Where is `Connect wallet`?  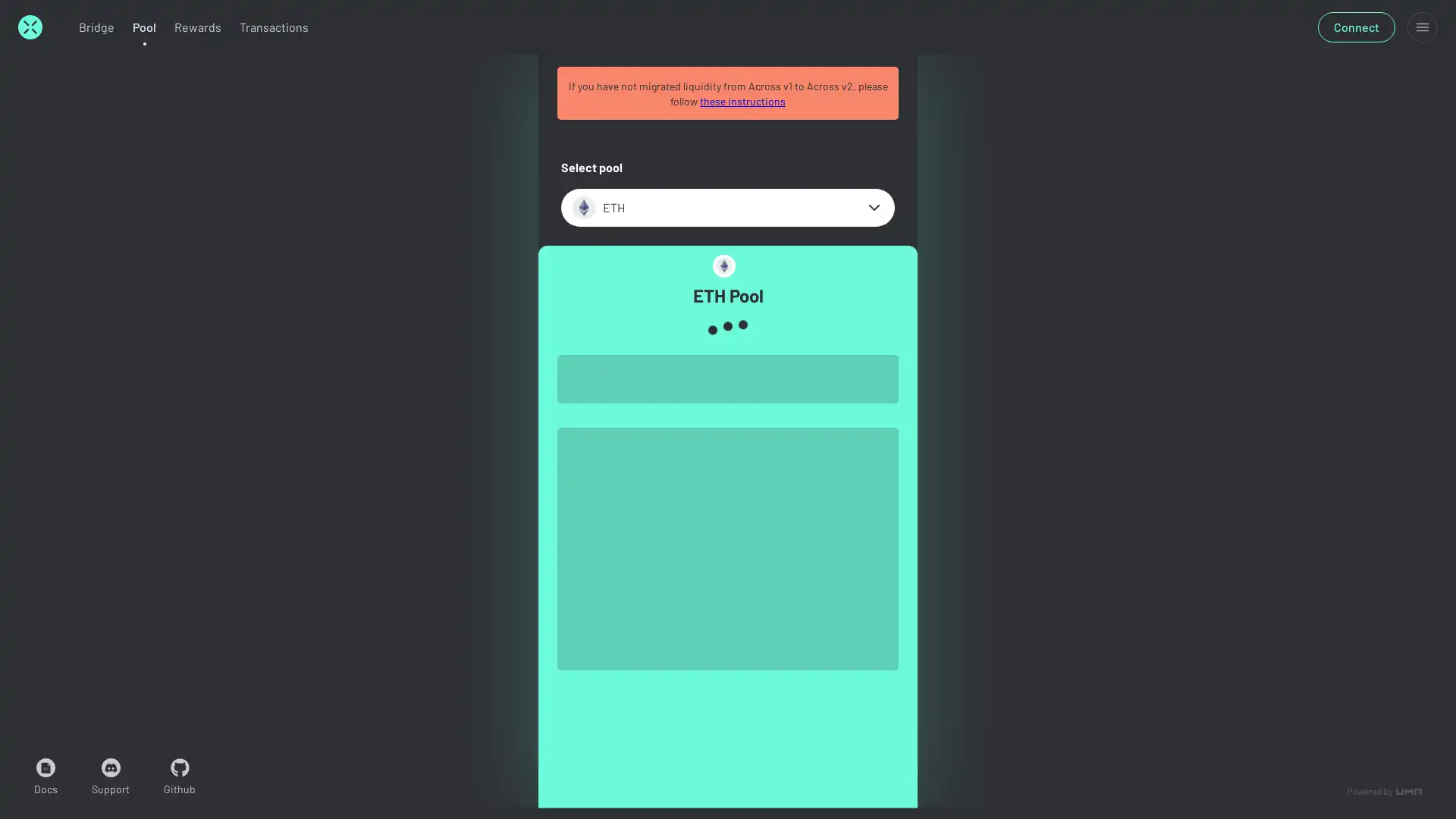
Connect wallet is located at coordinates (728, 717).